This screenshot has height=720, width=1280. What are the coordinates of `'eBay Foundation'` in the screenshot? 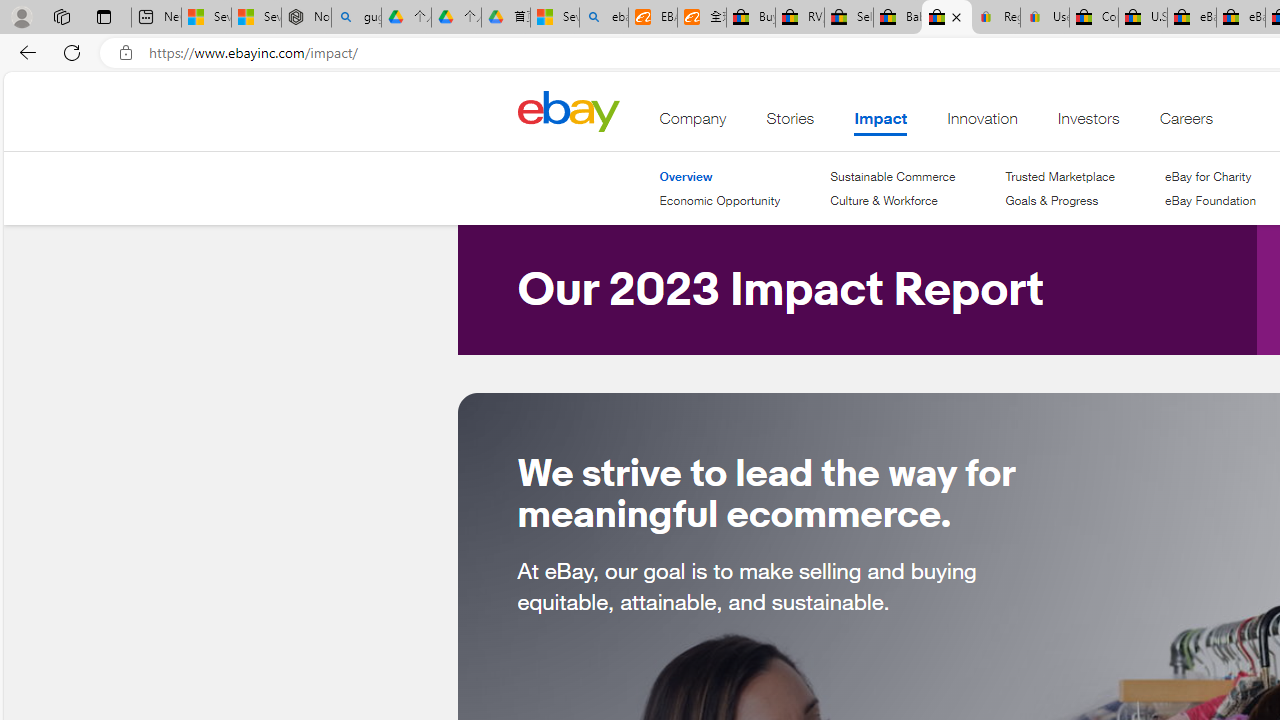 It's located at (1209, 200).